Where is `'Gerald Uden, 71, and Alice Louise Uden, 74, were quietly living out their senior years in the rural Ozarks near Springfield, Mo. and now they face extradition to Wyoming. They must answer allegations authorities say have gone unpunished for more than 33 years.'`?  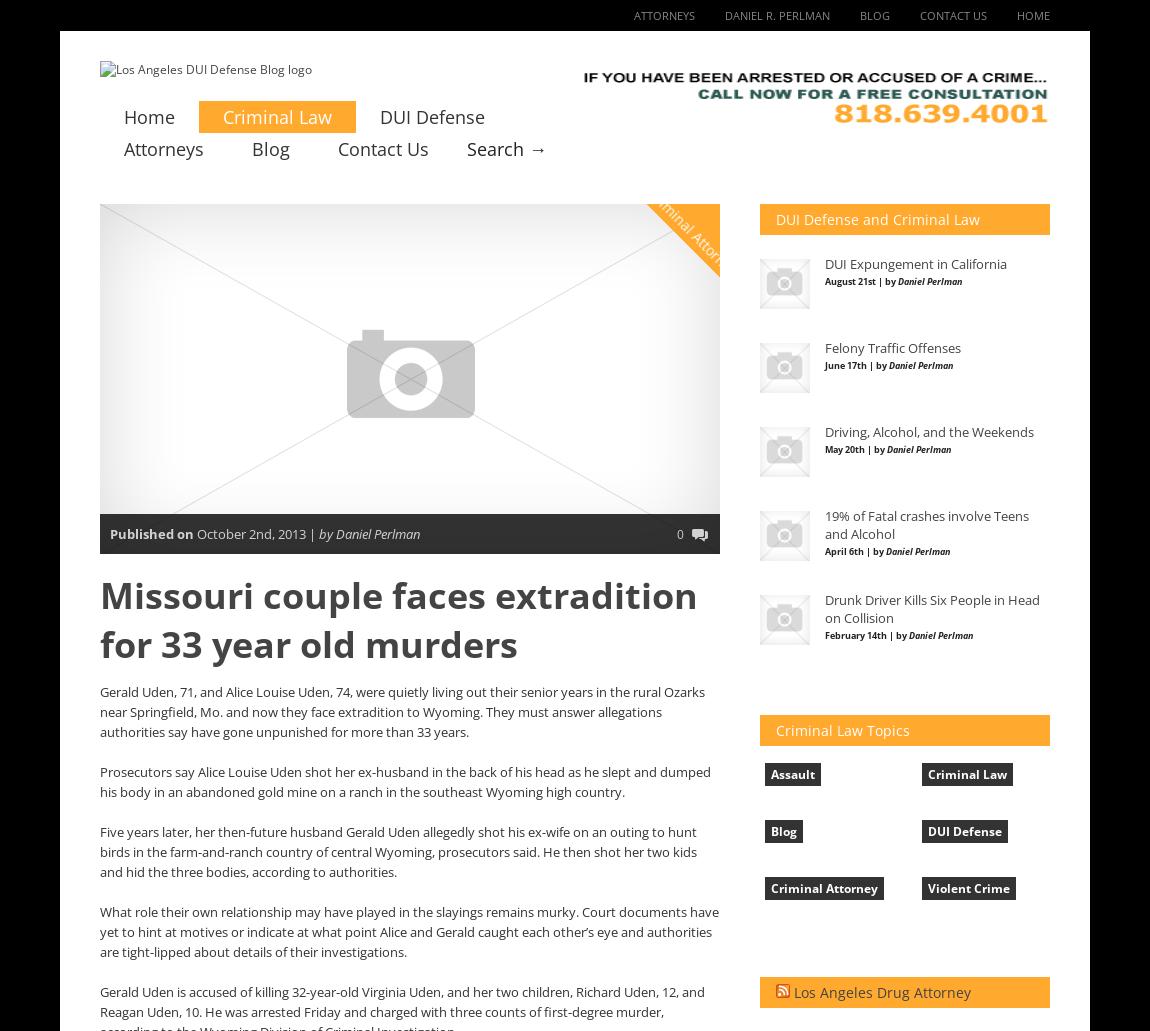
'Gerald Uden, 71, and Alice Louise Uden, 74, were quietly living out their senior years in the rural Ozarks near Springfield, Mo. and now they face extradition to Wyoming. They must answer allegations authorities say have gone unpunished for more than 33 years.' is located at coordinates (402, 712).